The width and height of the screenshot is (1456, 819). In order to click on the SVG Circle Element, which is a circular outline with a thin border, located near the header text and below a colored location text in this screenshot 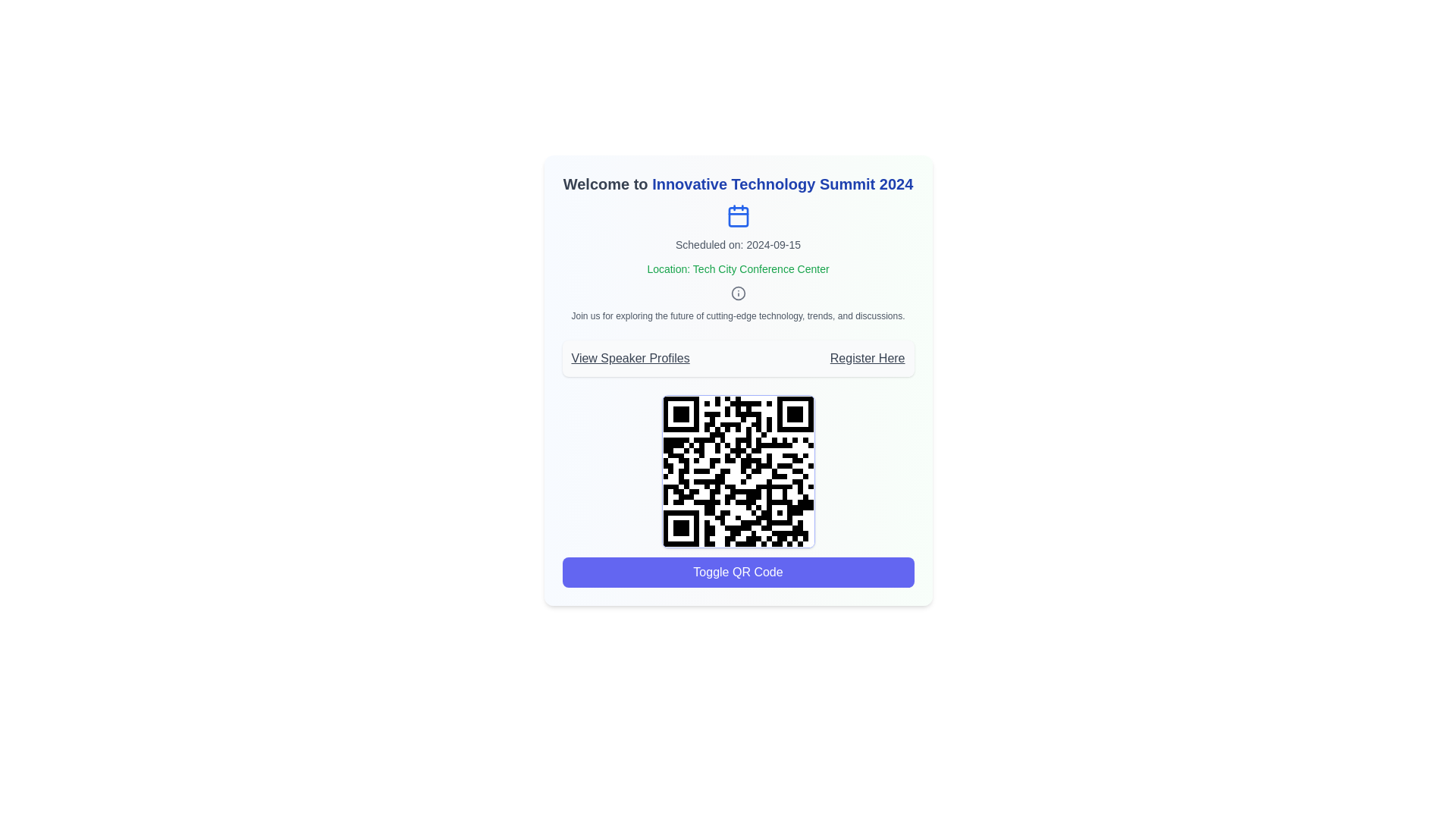, I will do `click(738, 293)`.